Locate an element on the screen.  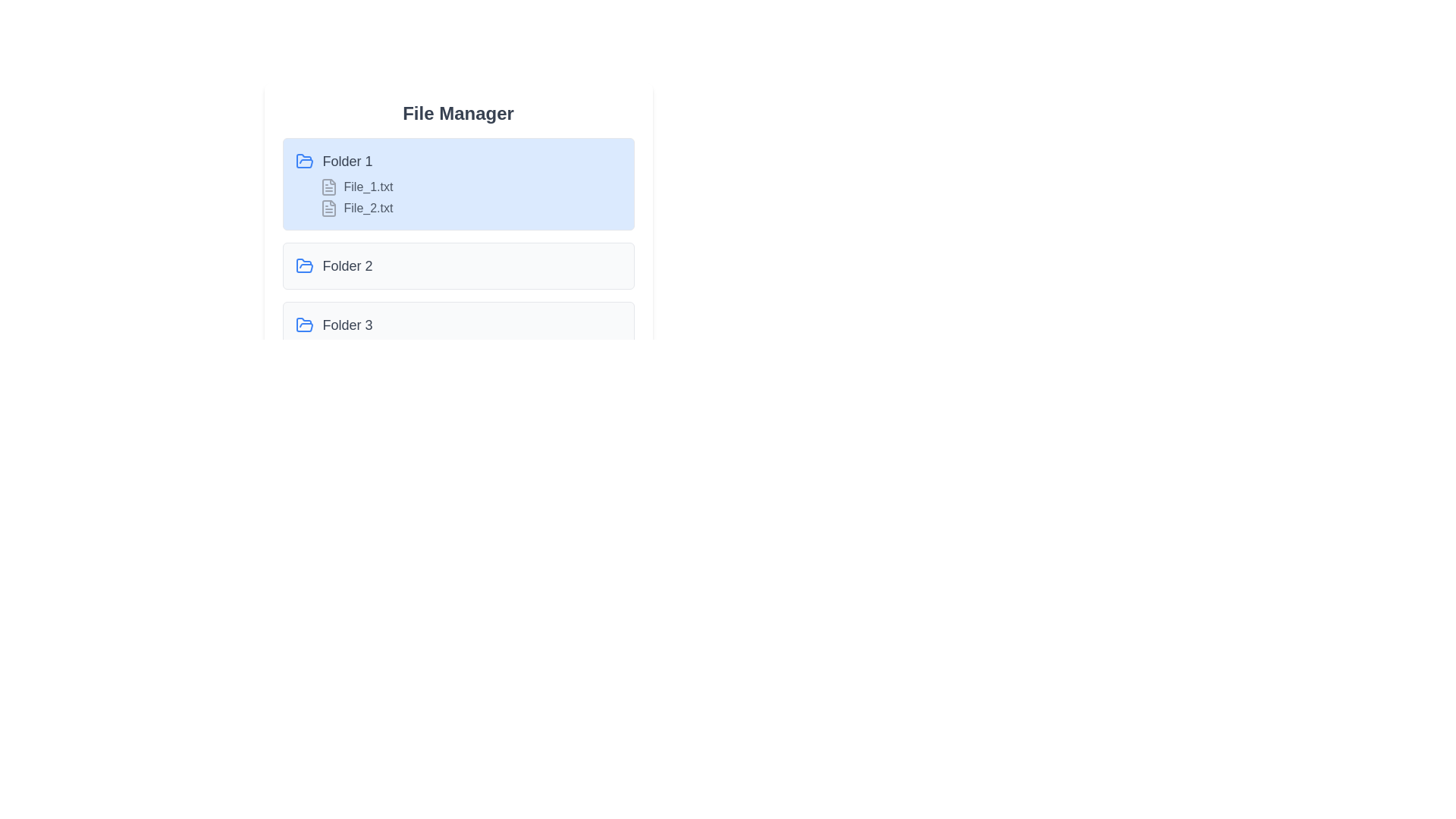
the file icon representing 'File_1.txt' is located at coordinates (328, 186).